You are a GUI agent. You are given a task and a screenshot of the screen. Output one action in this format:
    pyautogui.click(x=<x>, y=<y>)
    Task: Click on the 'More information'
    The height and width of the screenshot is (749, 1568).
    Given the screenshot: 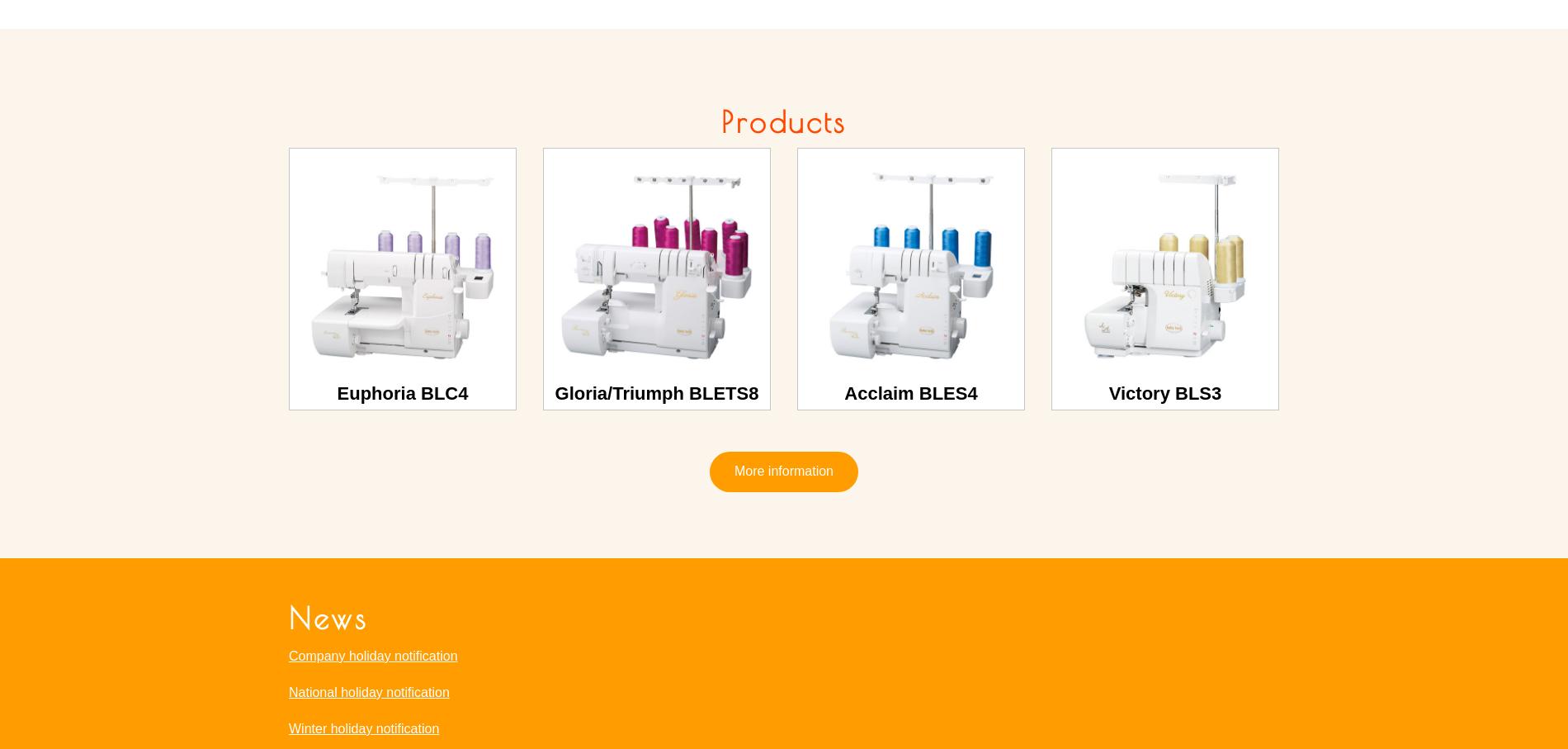 What is the action you would take?
    pyautogui.click(x=733, y=471)
    